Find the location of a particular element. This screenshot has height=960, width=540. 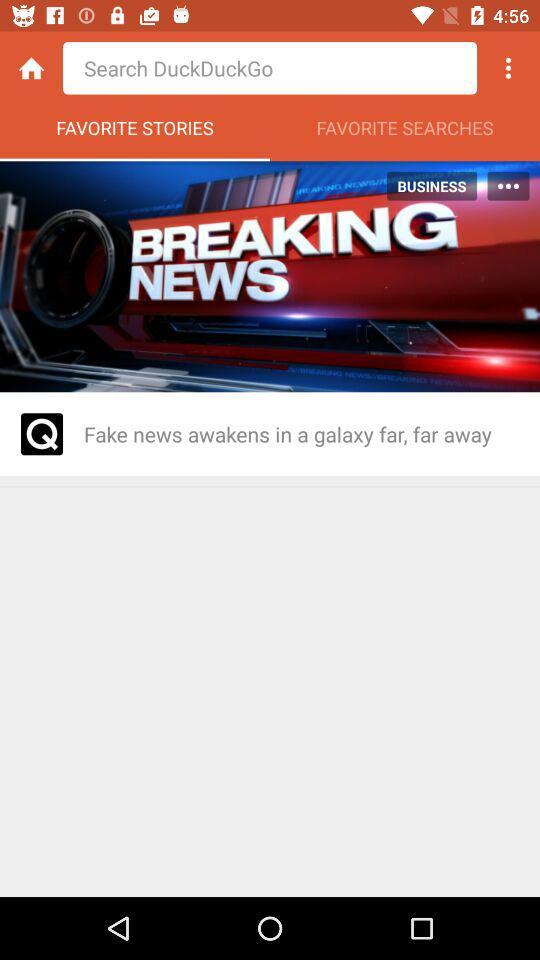

the item above favorite stories item is located at coordinates (30, 68).